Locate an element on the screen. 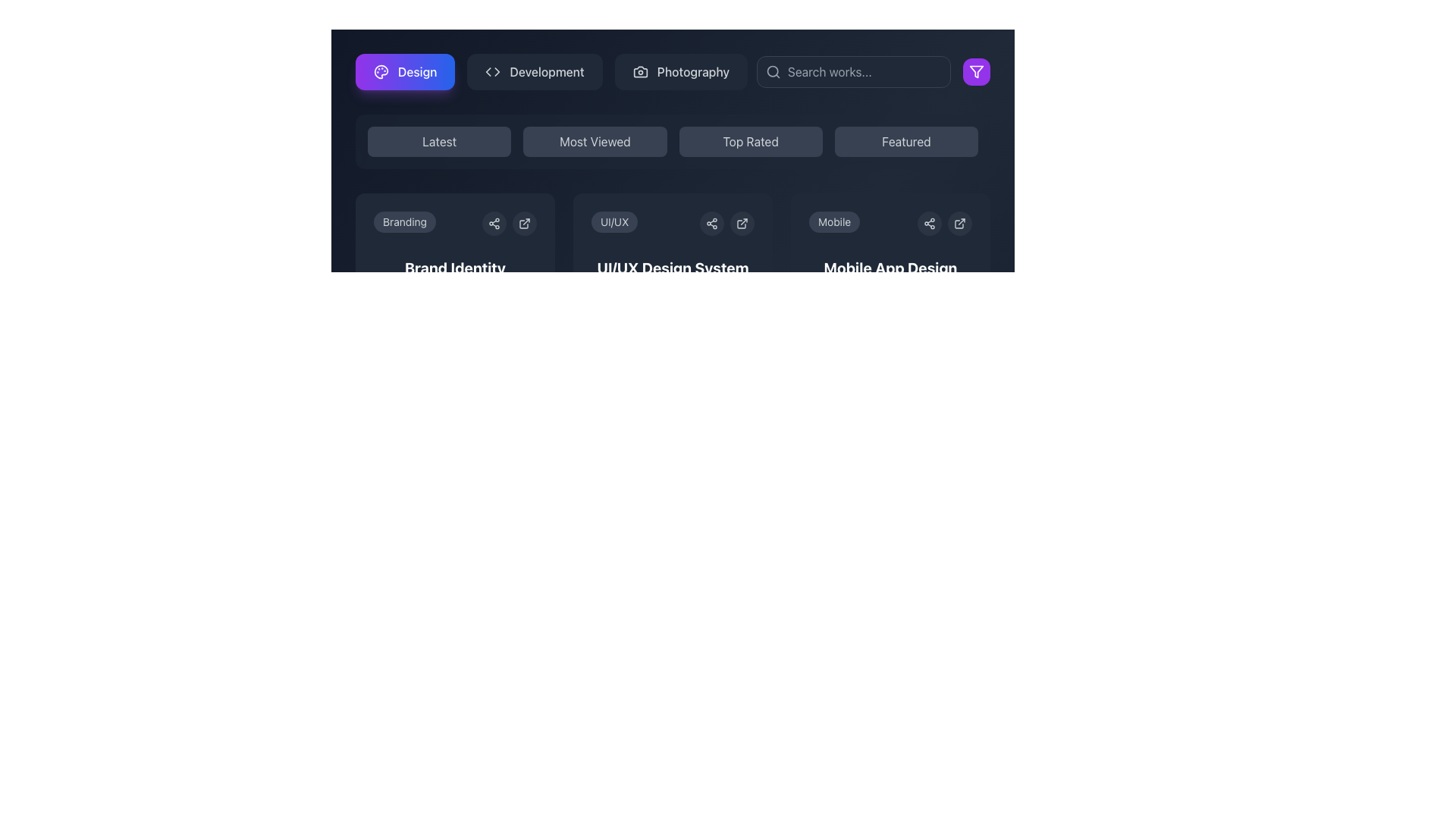 The width and height of the screenshot is (1456, 819). the 'Featured' navigation button located on the far right of a horizontal group of buttons, which includes 'Latest', 'Most Viewed', and 'Top Rated', to trigger a hover effect is located at coordinates (906, 141).